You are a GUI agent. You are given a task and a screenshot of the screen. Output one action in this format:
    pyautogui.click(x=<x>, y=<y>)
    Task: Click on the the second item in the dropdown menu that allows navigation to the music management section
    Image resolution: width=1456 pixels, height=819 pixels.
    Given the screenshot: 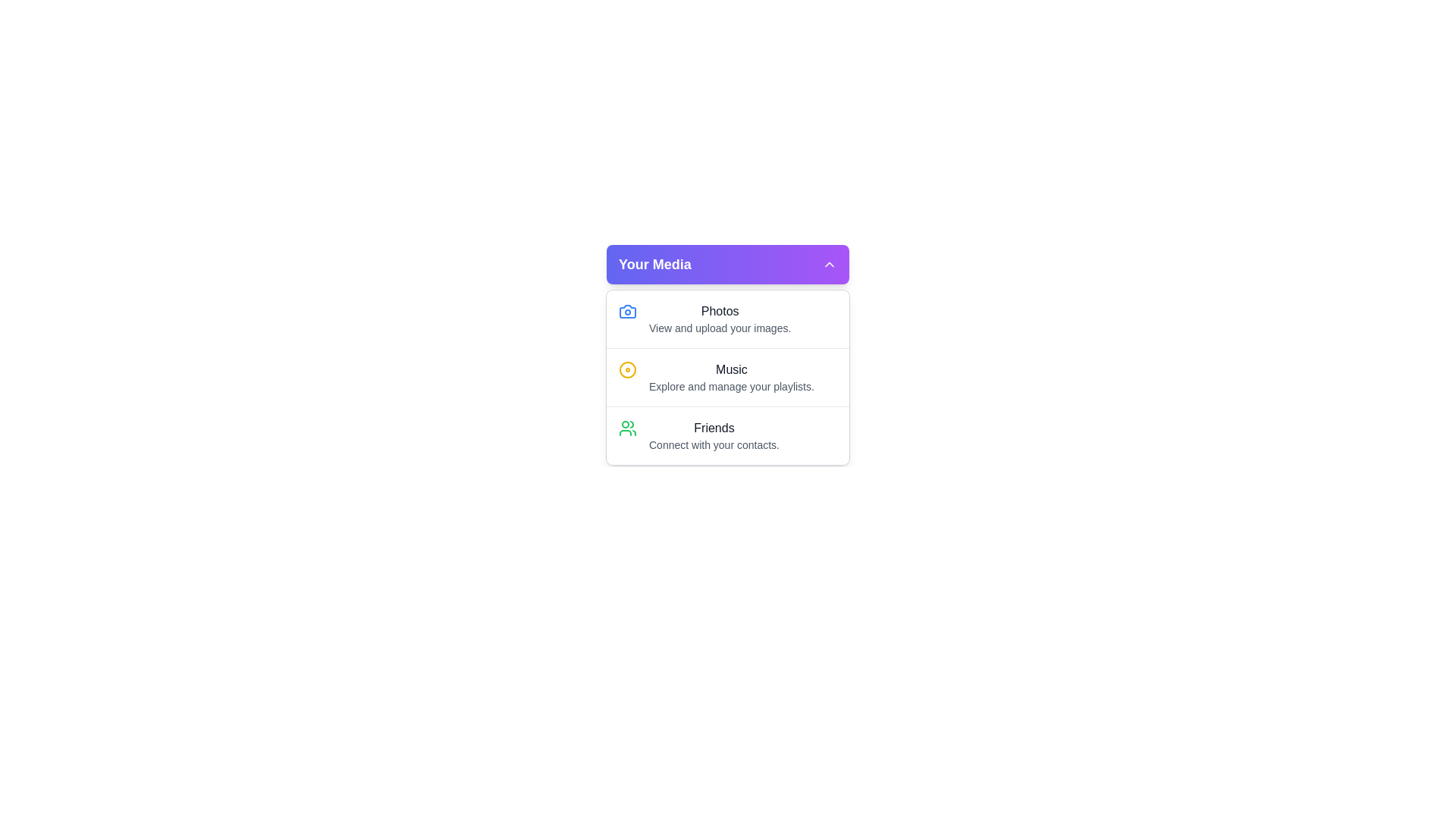 What is the action you would take?
    pyautogui.click(x=728, y=376)
    